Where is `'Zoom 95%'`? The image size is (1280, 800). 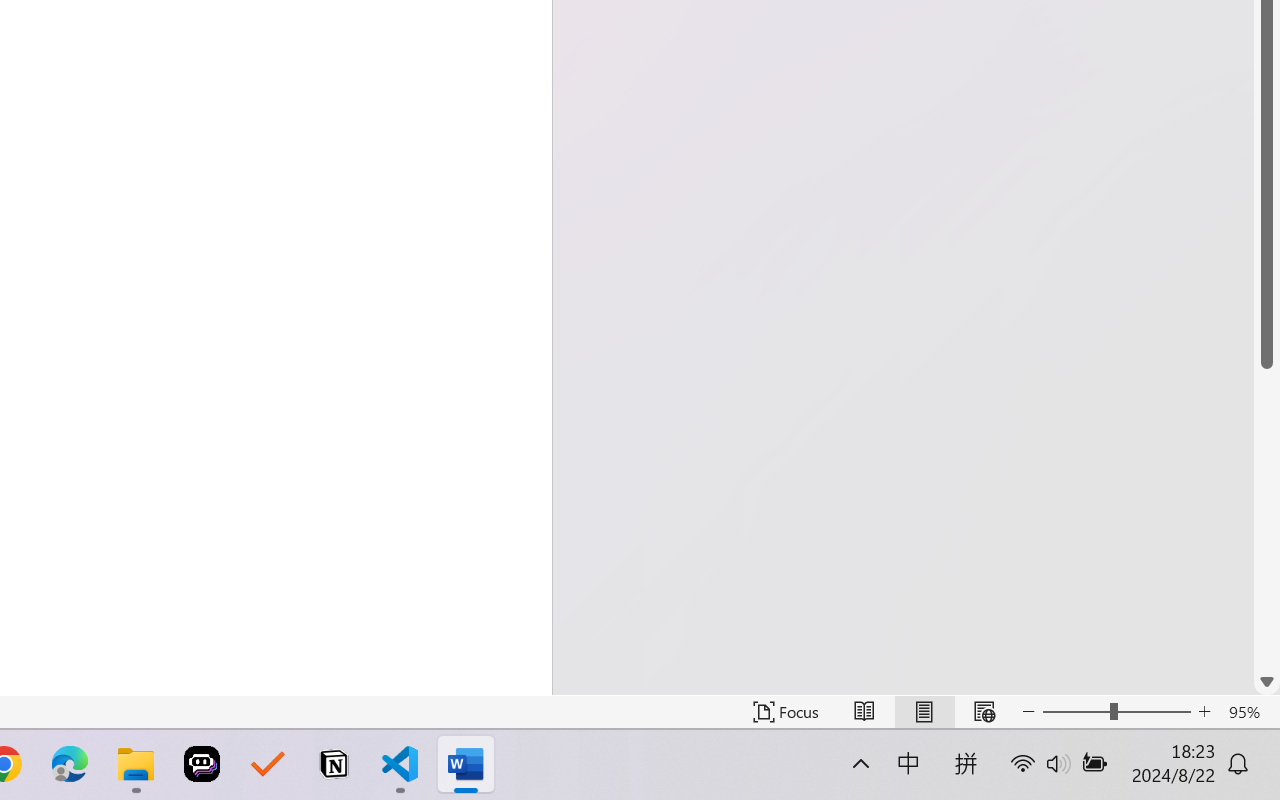 'Zoom 95%' is located at coordinates (1248, 711).